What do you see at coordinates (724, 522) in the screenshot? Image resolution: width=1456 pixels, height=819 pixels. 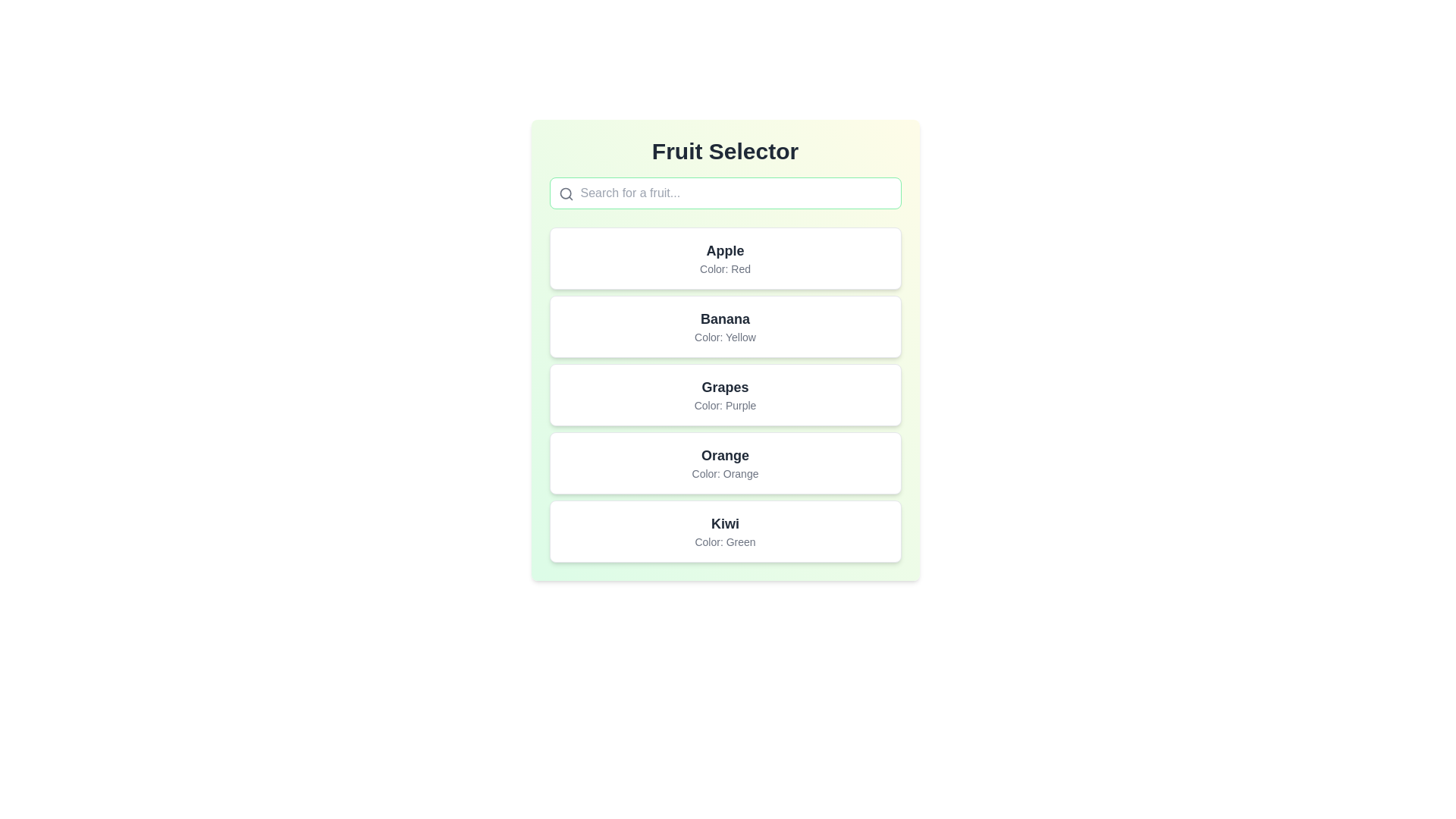 I see `the text label displaying the name 'Kiwi' which is located in the fifth card of the fruit options, positioned above the text 'Color: Green'` at bounding box center [724, 522].